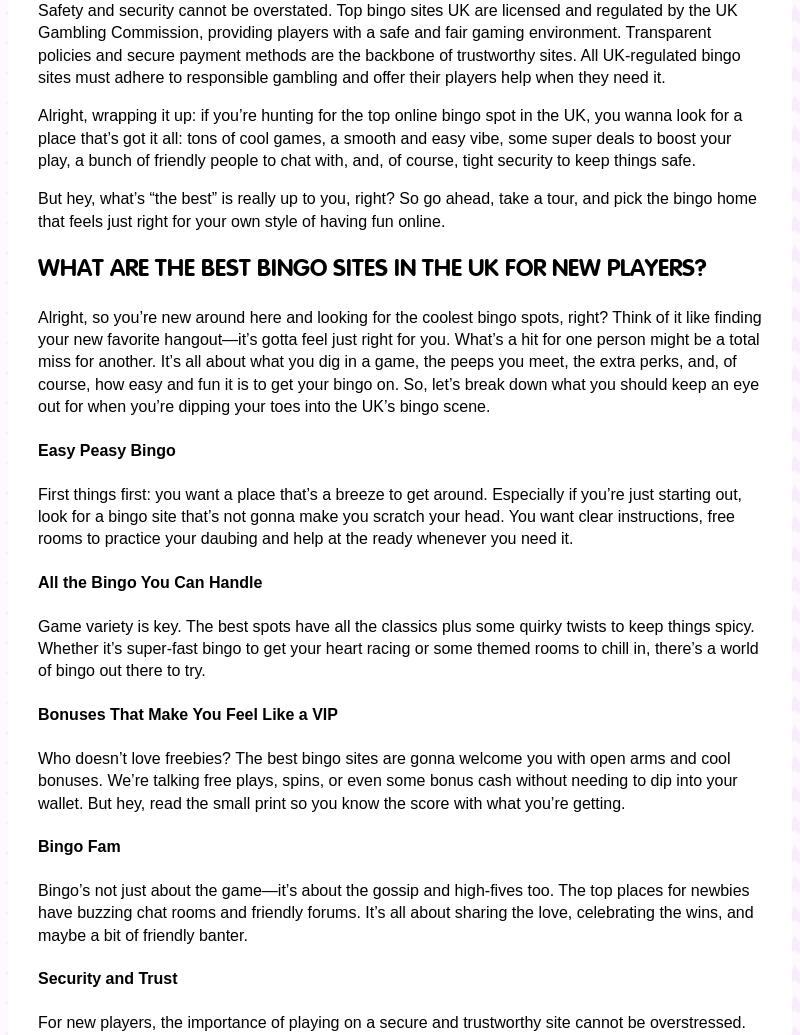  Describe the element at coordinates (37, 778) in the screenshot. I see `'Who doesn’t love freebies? The best bingo sites are gonna welcome you with open arms and cool bonuses. We’re talking free plays, spins, or even some bonus cash without needing to dip into your wallet. But hey, read the small print so you know the score with what you’re getting.'` at that location.